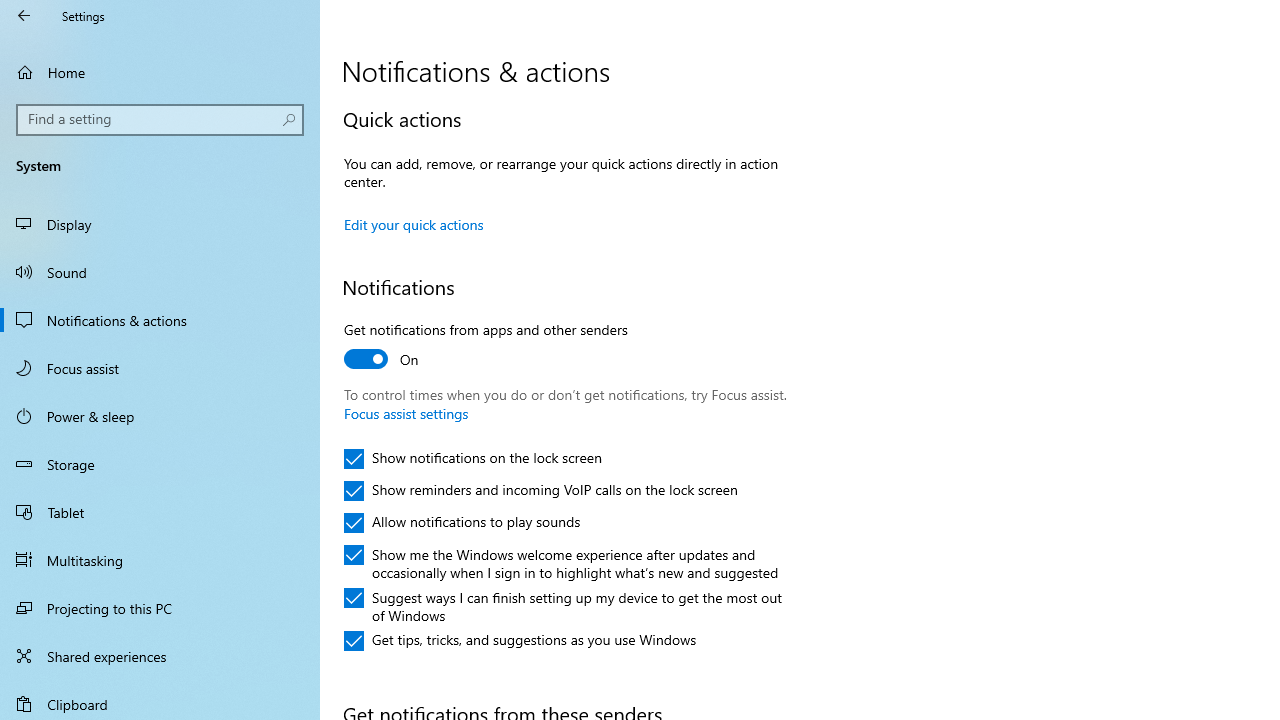 This screenshot has width=1280, height=720. What do you see at coordinates (160, 414) in the screenshot?
I see `'Power & sleep'` at bounding box center [160, 414].